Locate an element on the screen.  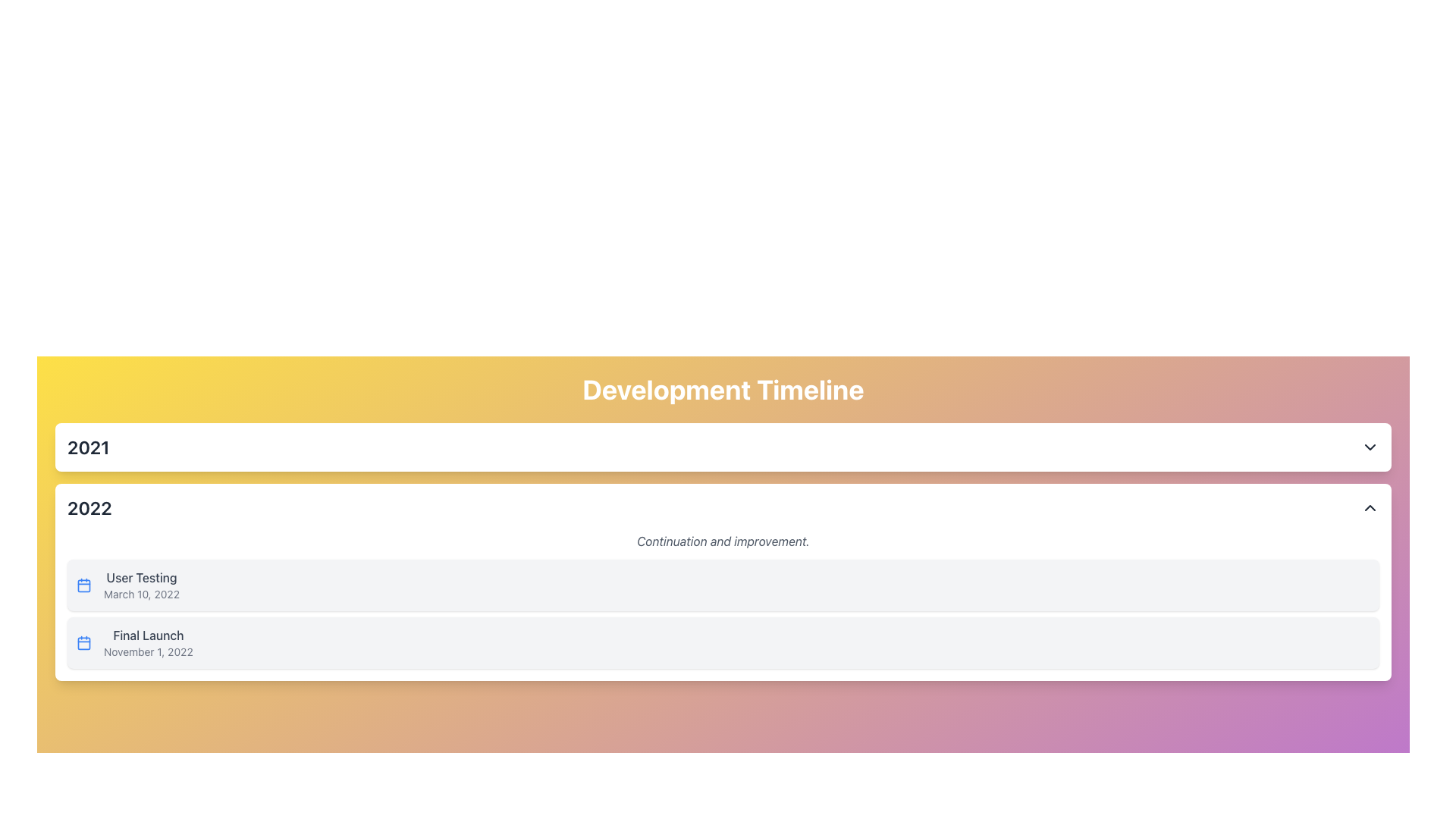
the text label displaying 'March 10, 2022', which is located beneath the 'User Testing' header in the timeline section is located at coordinates (142, 593).